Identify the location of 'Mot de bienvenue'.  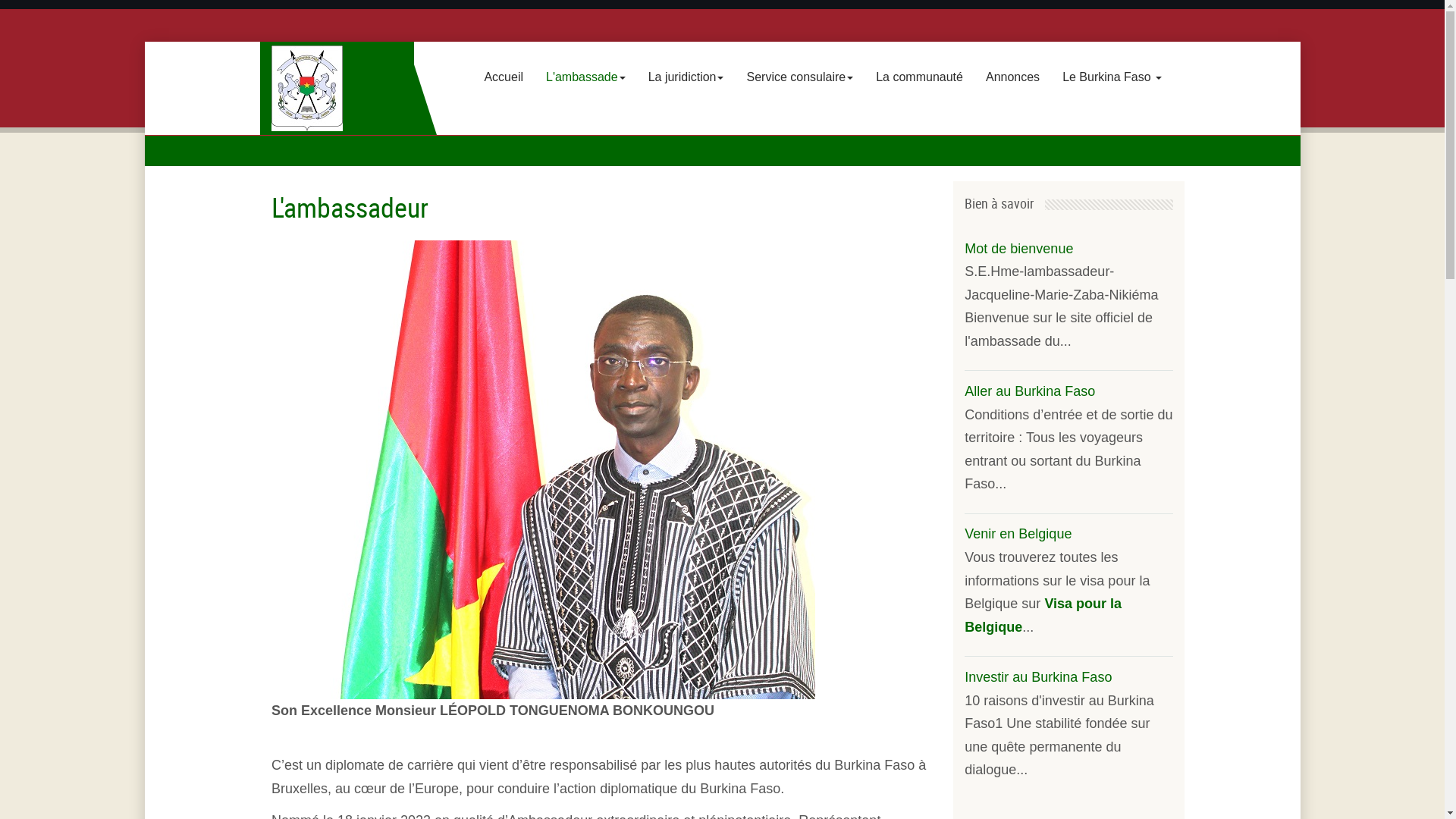
(1018, 247).